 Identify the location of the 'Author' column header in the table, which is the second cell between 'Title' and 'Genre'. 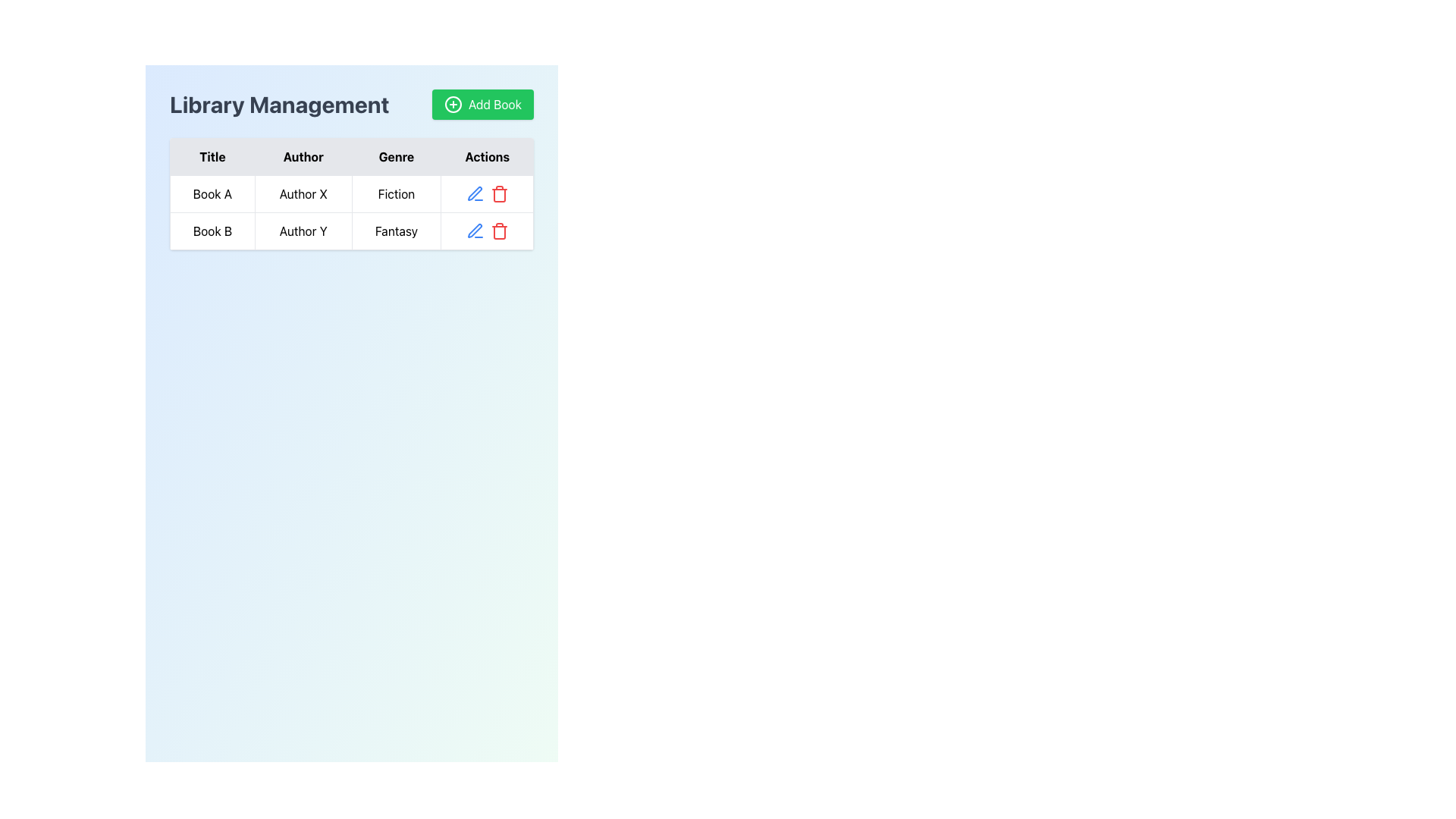
(303, 157).